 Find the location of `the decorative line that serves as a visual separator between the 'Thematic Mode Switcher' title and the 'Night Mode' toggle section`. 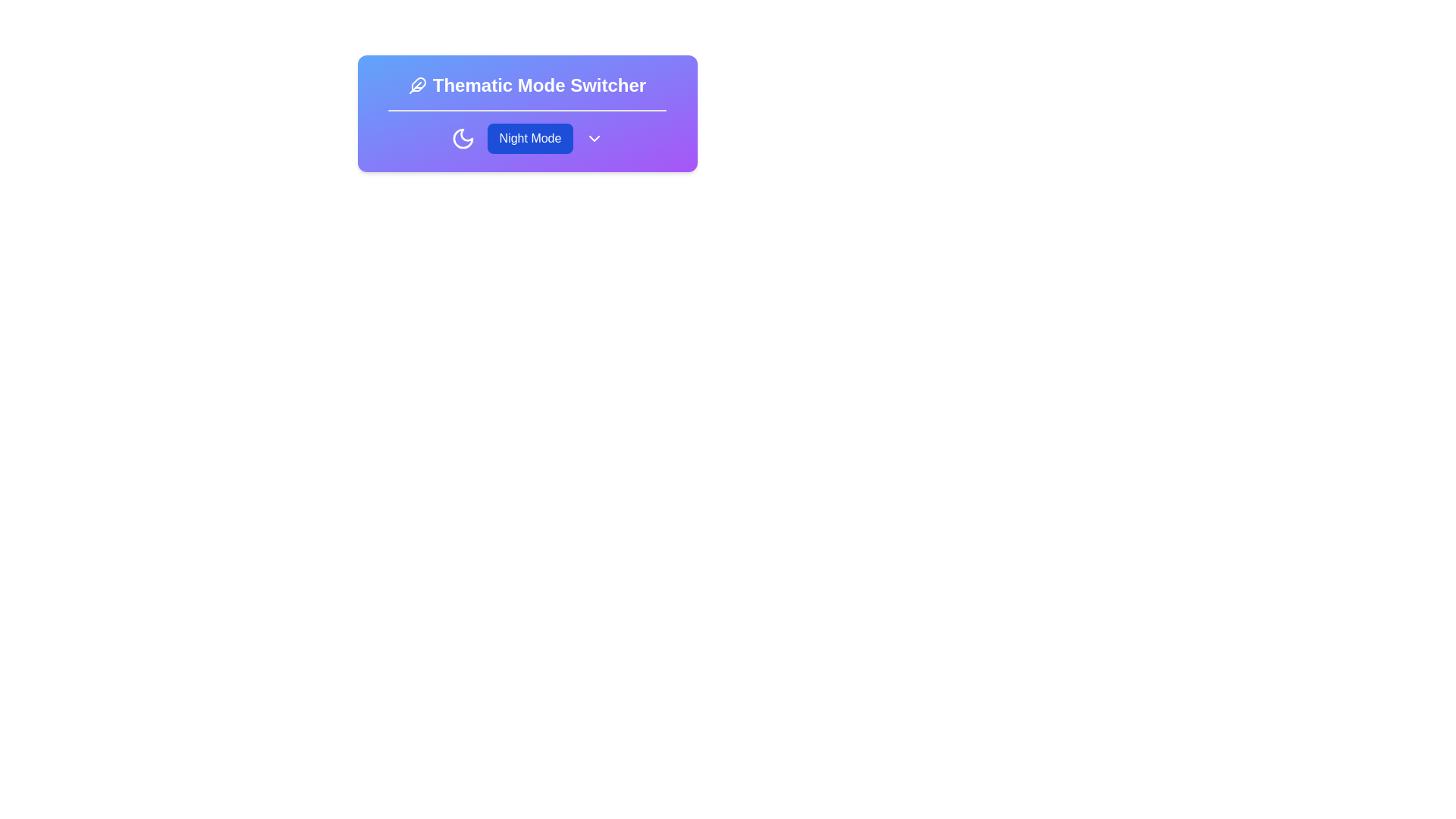

the decorative line that serves as a visual separator between the 'Thematic Mode Switcher' title and the 'Night Mode' toggle section is located at coordinates (527, 110).